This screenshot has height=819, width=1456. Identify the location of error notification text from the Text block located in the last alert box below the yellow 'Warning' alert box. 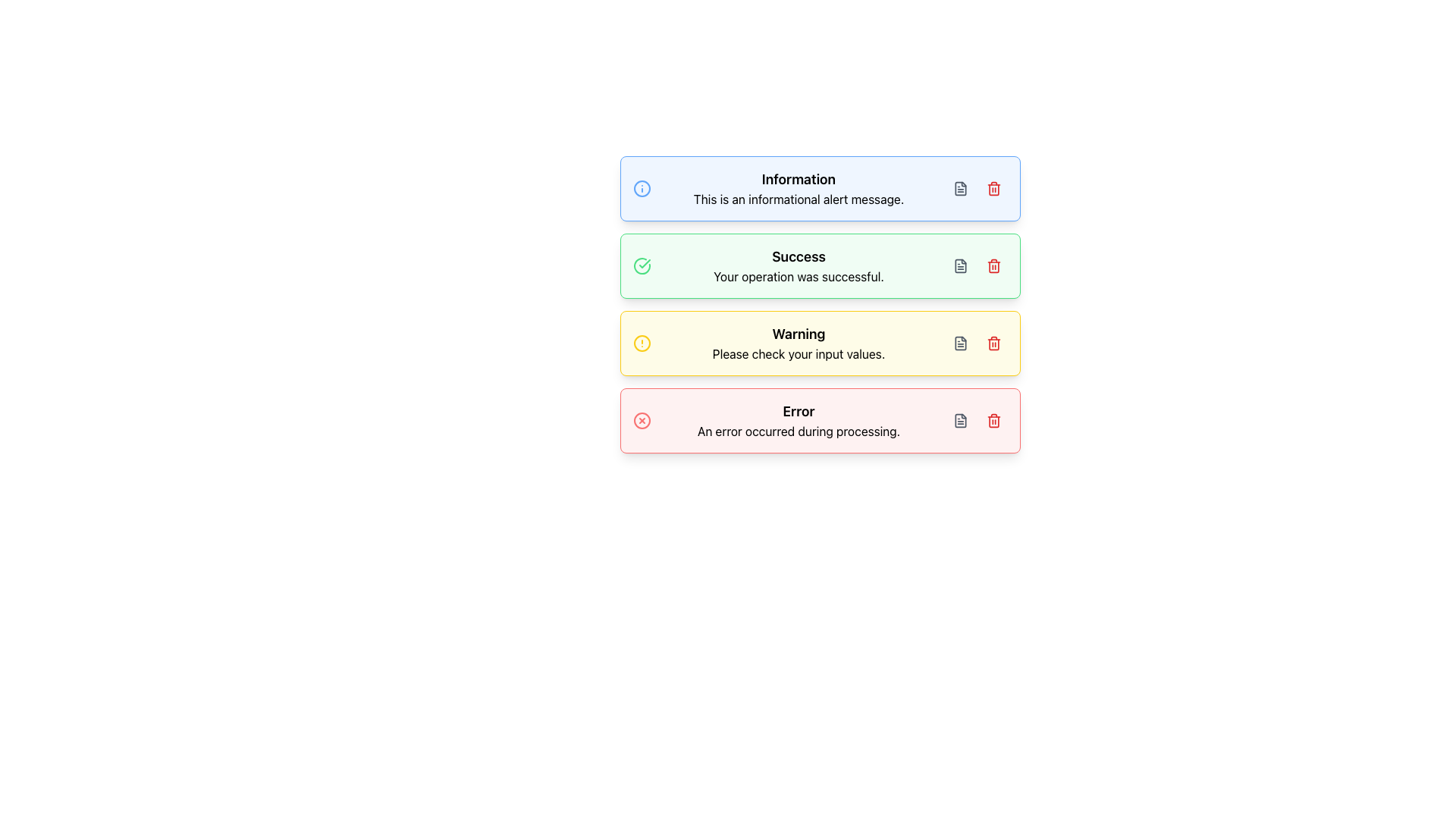
(798, 421).